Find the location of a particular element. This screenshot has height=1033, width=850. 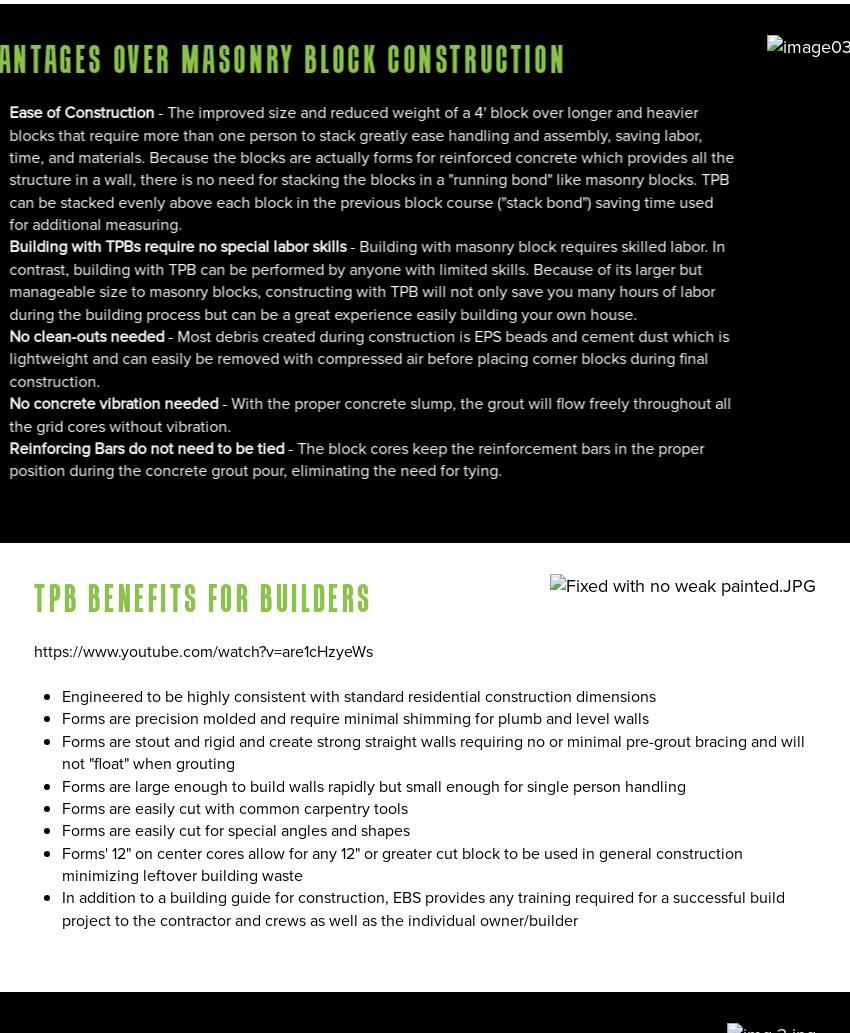

'https://www.youtube.com/watch?v=are1cHzyeWs' is located at coordinates (202, 650).